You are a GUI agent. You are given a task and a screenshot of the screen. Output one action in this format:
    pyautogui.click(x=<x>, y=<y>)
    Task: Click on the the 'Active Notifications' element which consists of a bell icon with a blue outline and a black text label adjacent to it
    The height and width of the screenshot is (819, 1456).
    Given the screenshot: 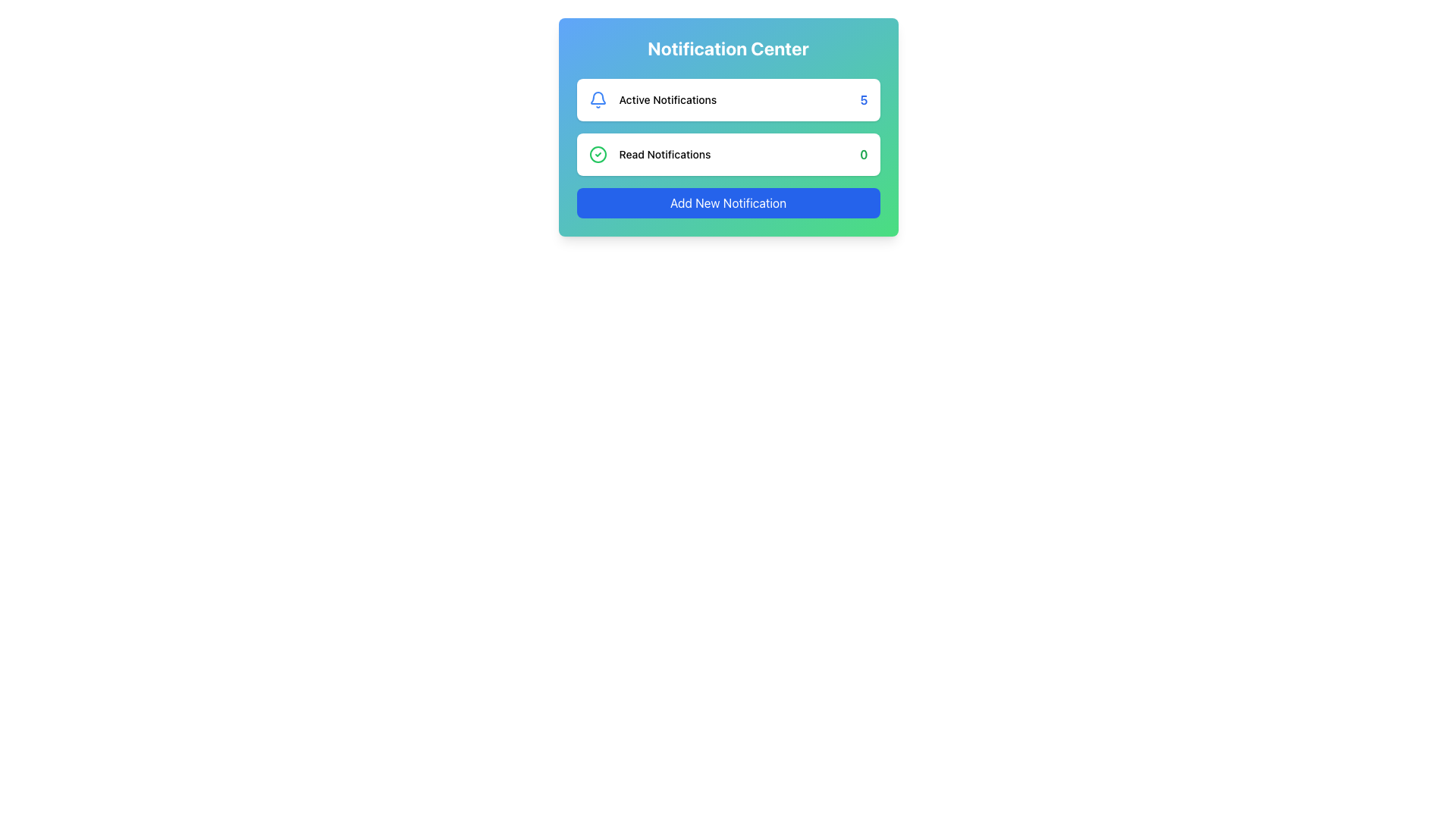 What is the action you would take?
    pyautogui.click(x=652, y=99)
    